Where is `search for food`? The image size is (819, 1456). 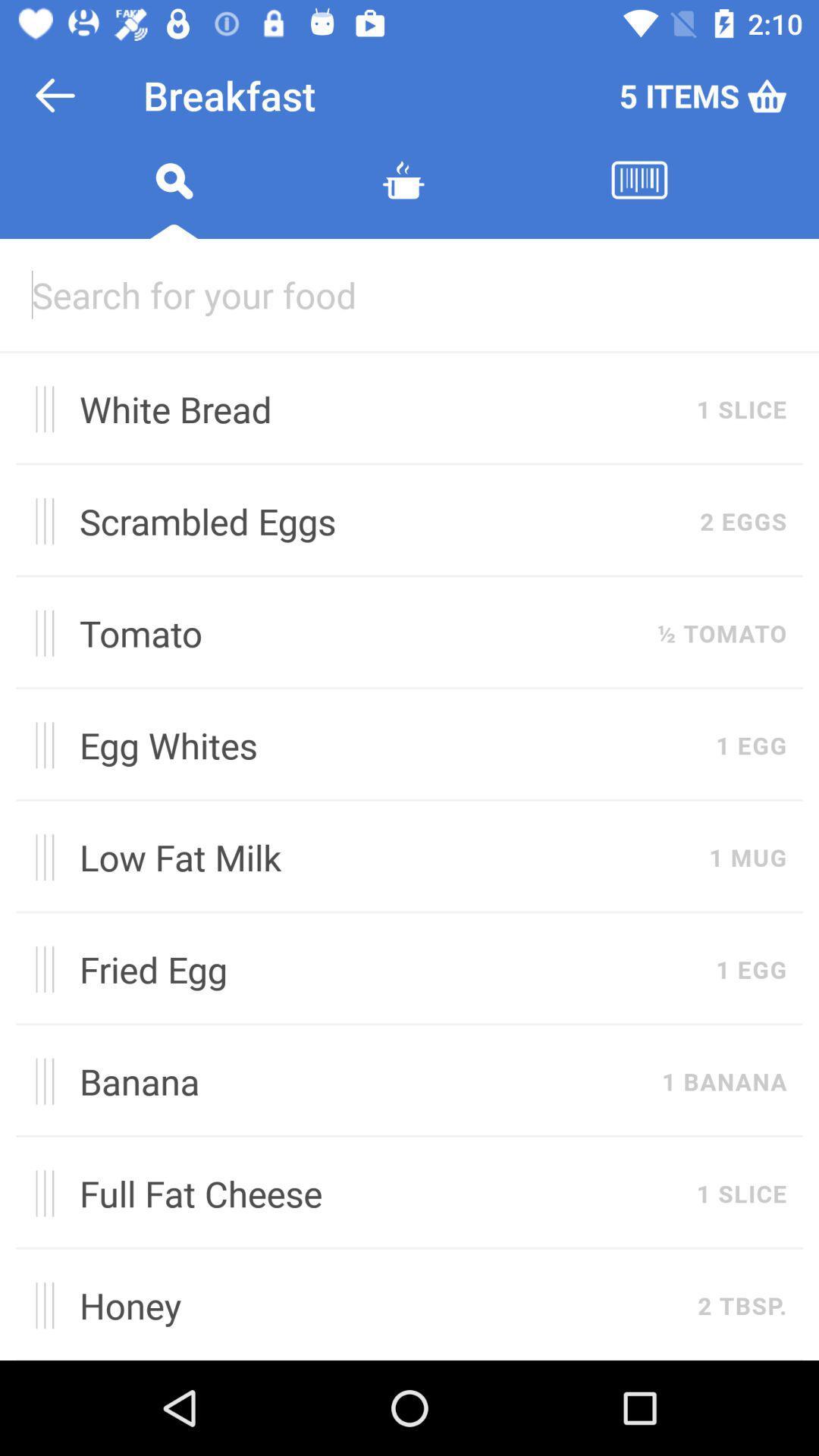 search for food is located at coordinates (173, 198).